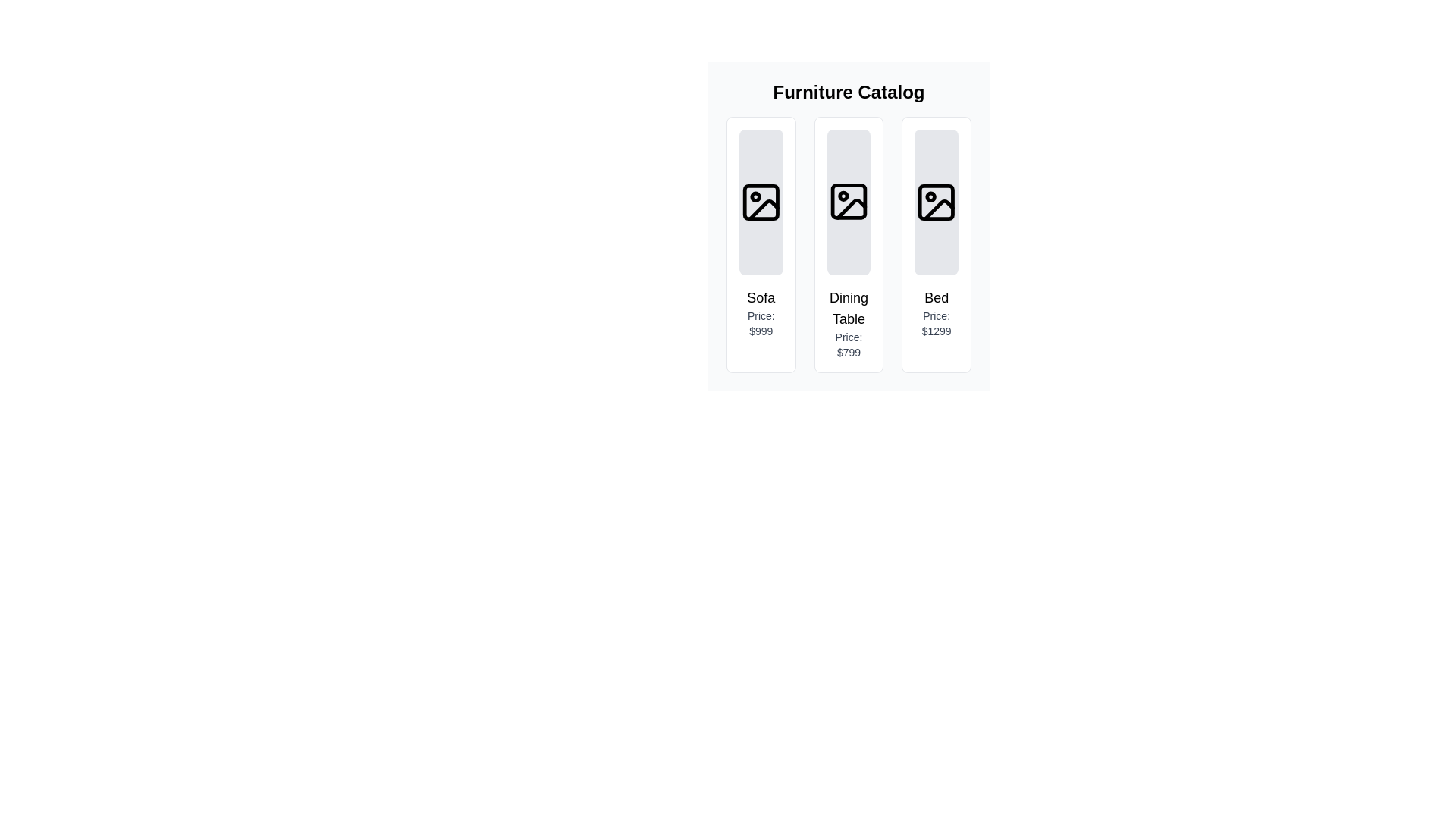 The height and width of the screenshot is (819, 1456). I want to click on price information displayed in the text label located beneath the title 'Sofa' within the first product card, so click(761, 323).